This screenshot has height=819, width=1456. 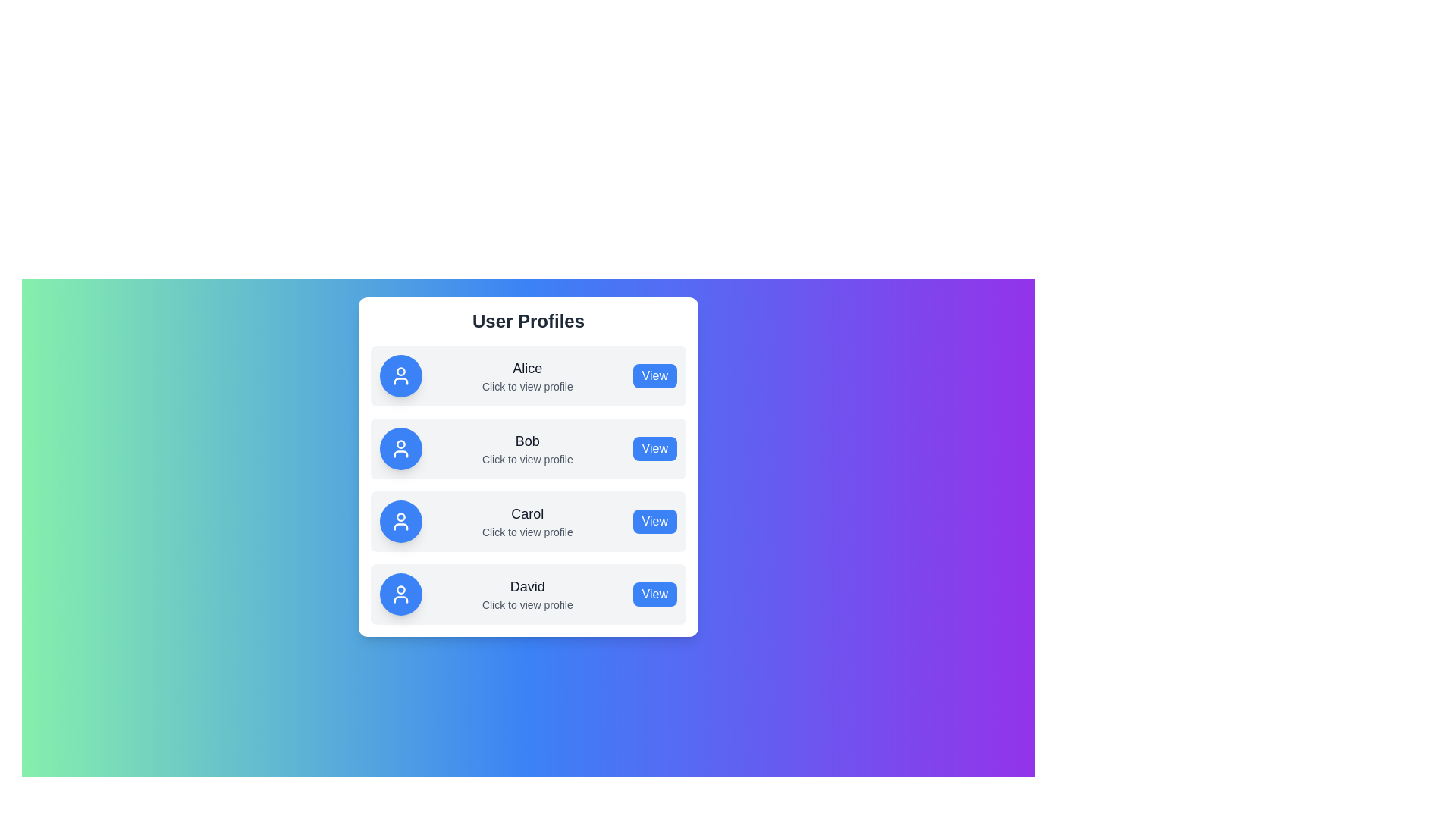 I want to click on the user profile card for 'Bob' using keyboard navigation, which is the second item in the vertically arranged list of user cards, so click(x=528, y=447).